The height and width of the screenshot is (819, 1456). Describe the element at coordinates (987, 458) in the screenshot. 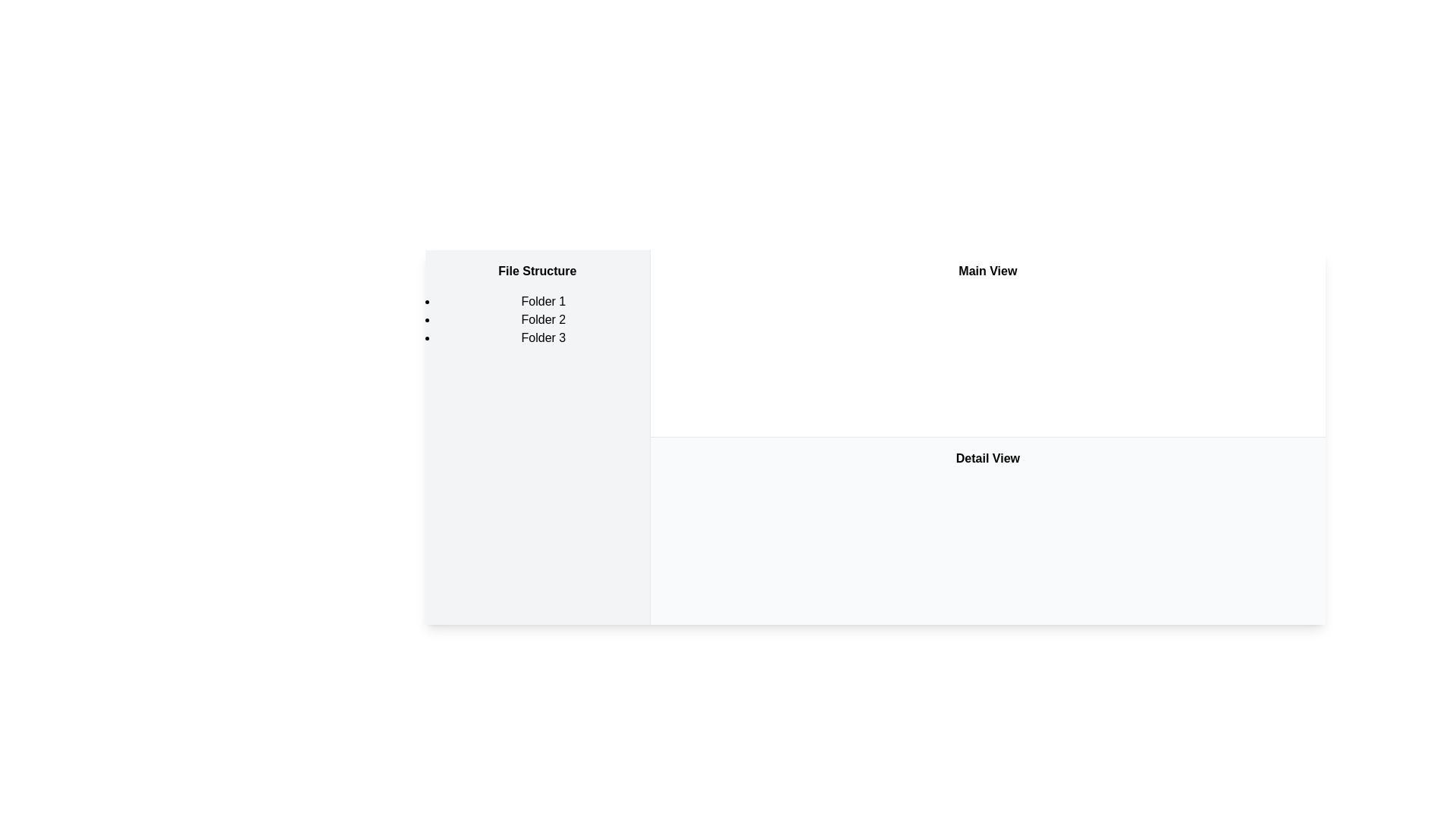

I see `the Text Label that indicates detailed content display, located below the 'Main View' title in the center of its section` at that location.